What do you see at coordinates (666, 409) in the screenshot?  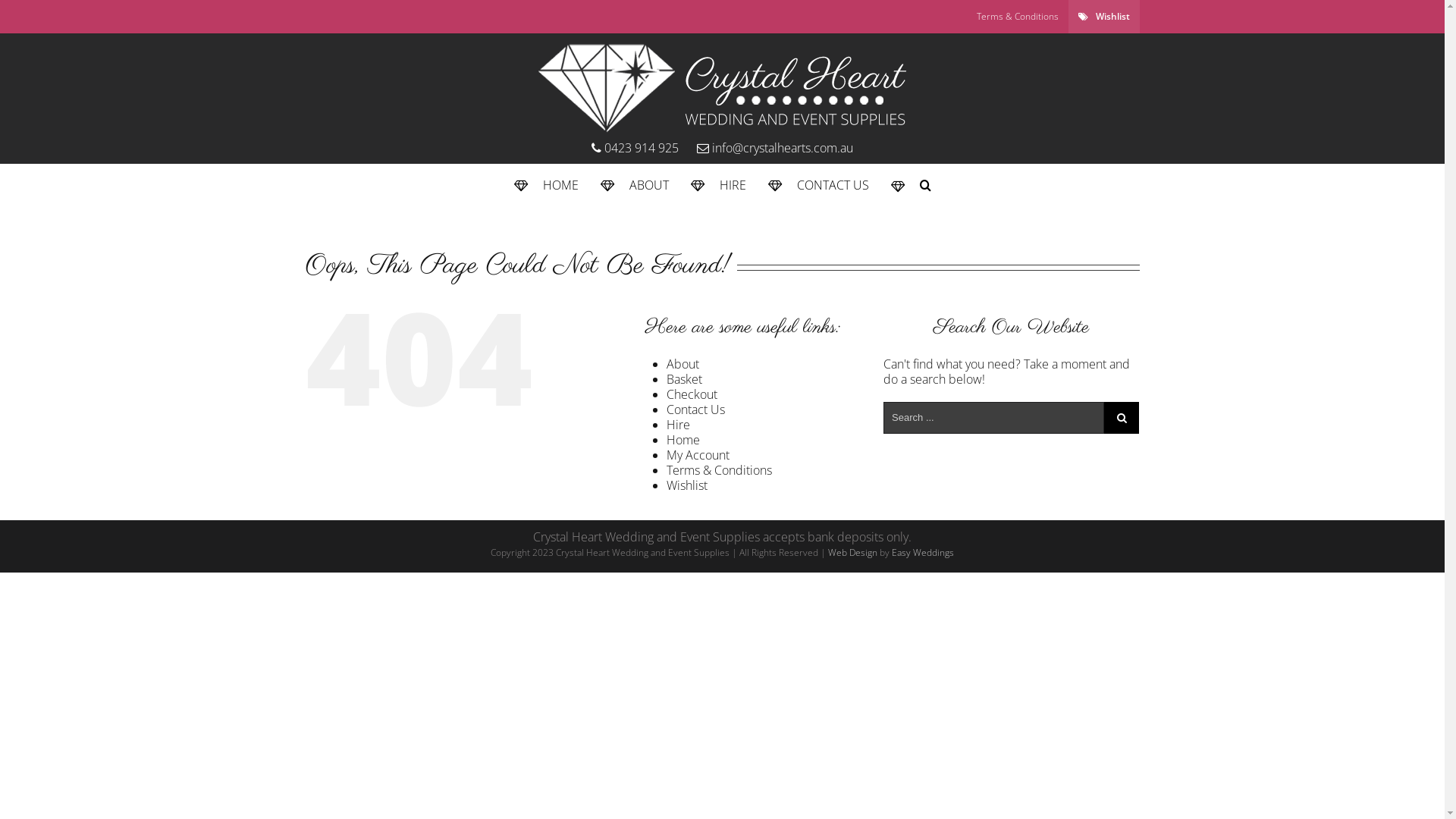 I see `'Contact Us'` at bounding box center [666, 409].